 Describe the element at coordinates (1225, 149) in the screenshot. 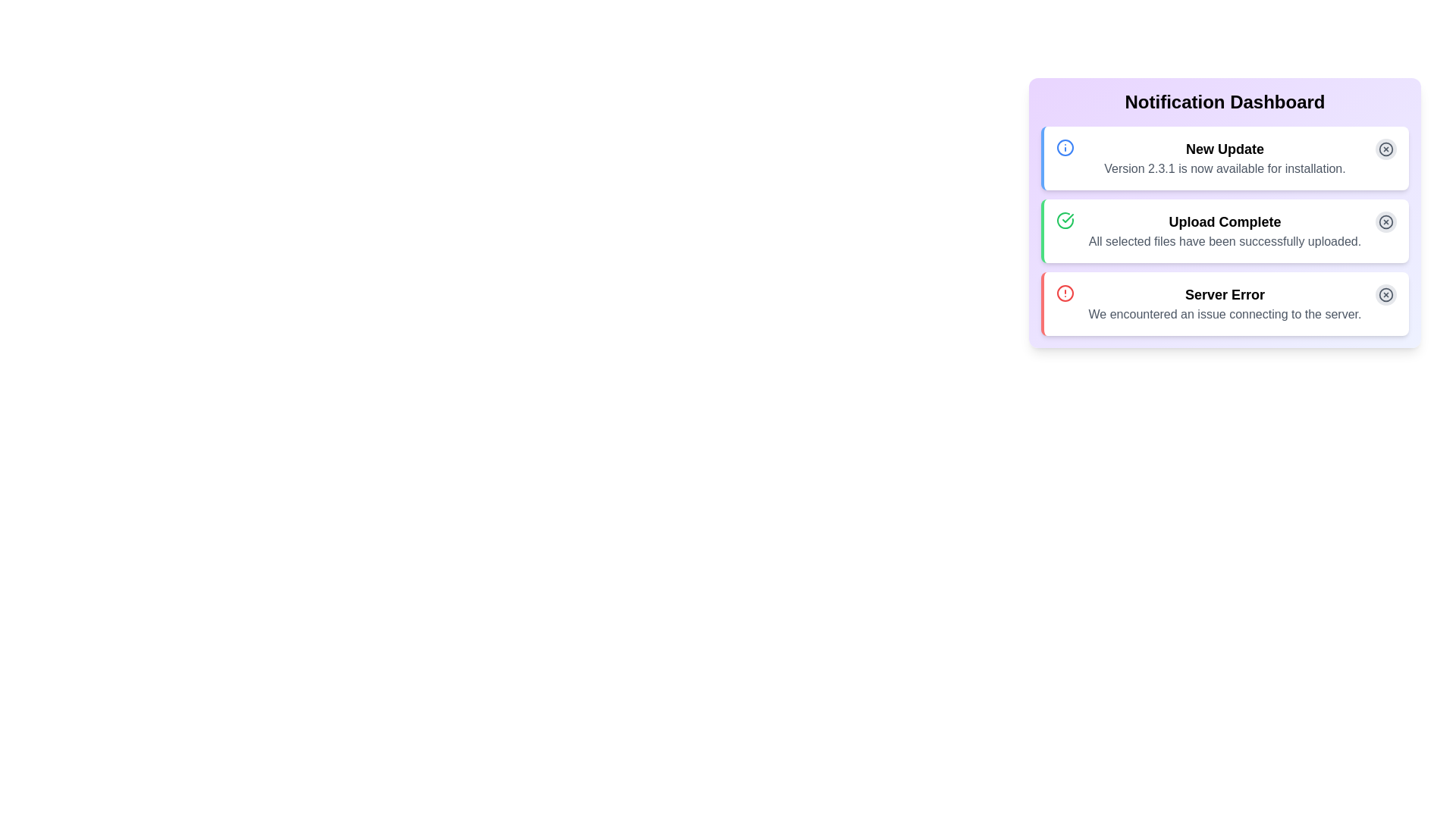

I see `on the 'New Update' text label displayed prominently at the top of the notification dashboard` at that location.